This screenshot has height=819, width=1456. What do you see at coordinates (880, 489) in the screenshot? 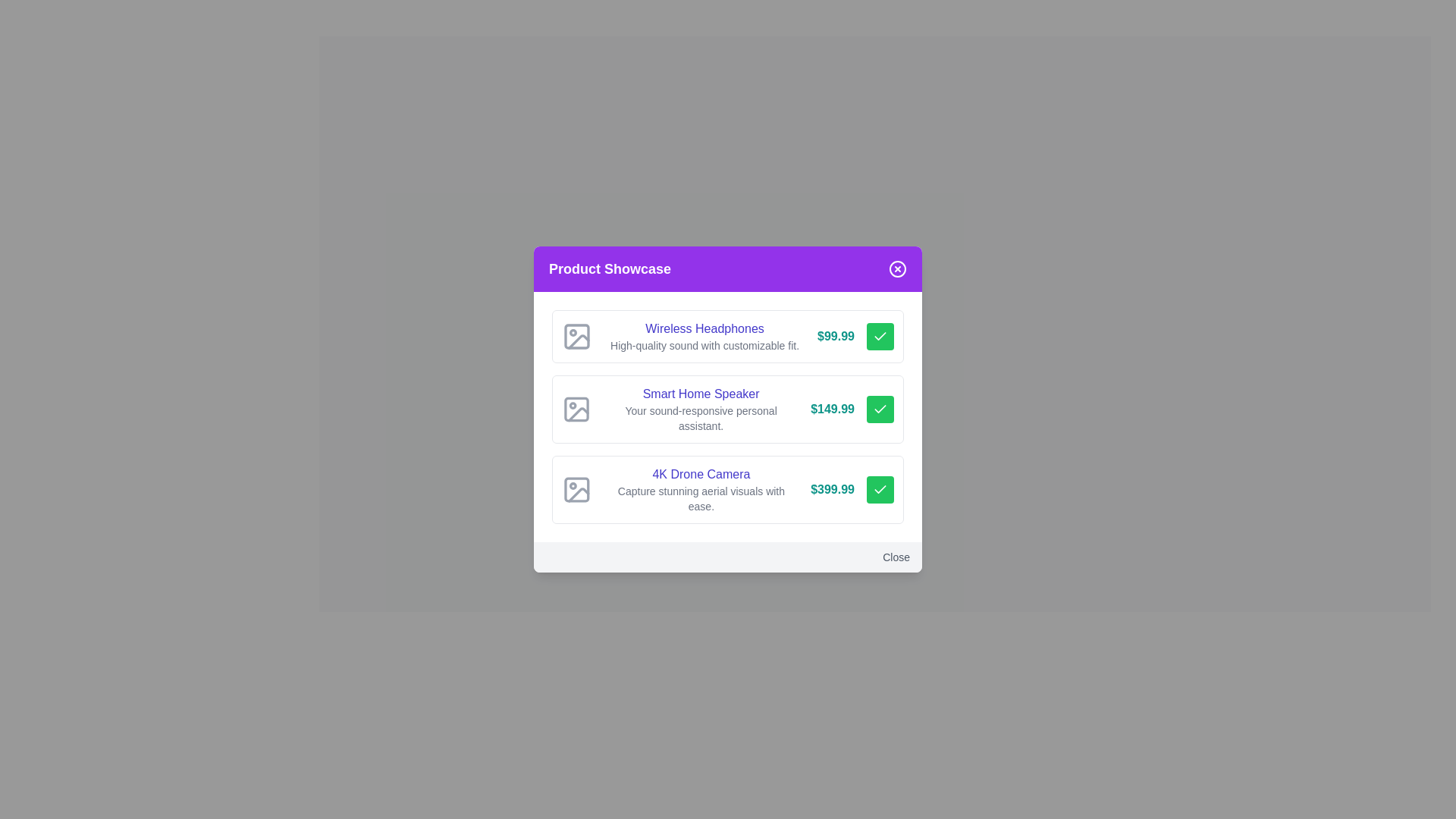
I see `the confirmation icon located within the bottom-most green button, which is centered inside the button aligned with the '4K Drone Camera' entry` at bounding box center [880, 489].